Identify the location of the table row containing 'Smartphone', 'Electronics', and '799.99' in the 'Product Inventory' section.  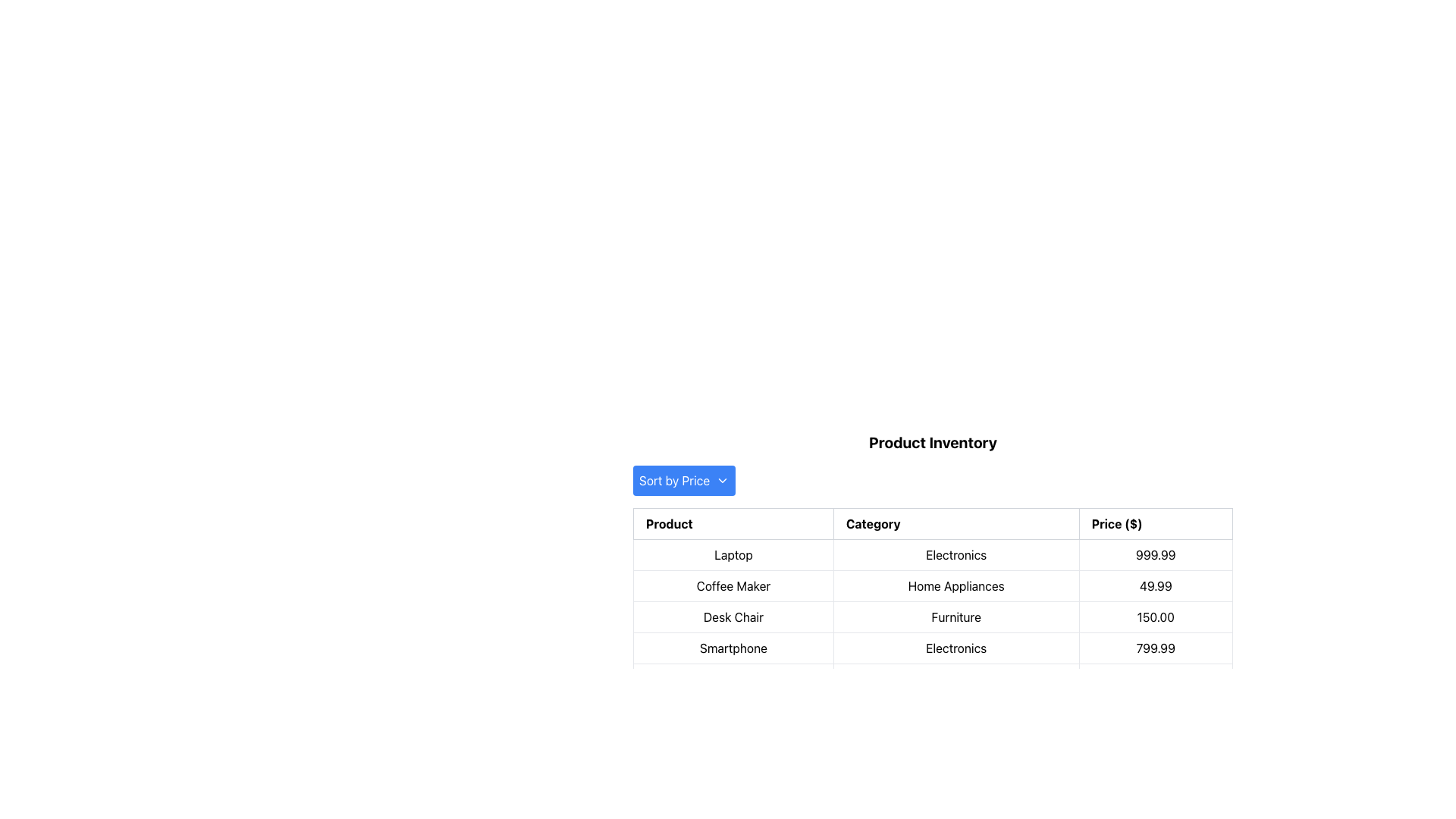
(932, 648).